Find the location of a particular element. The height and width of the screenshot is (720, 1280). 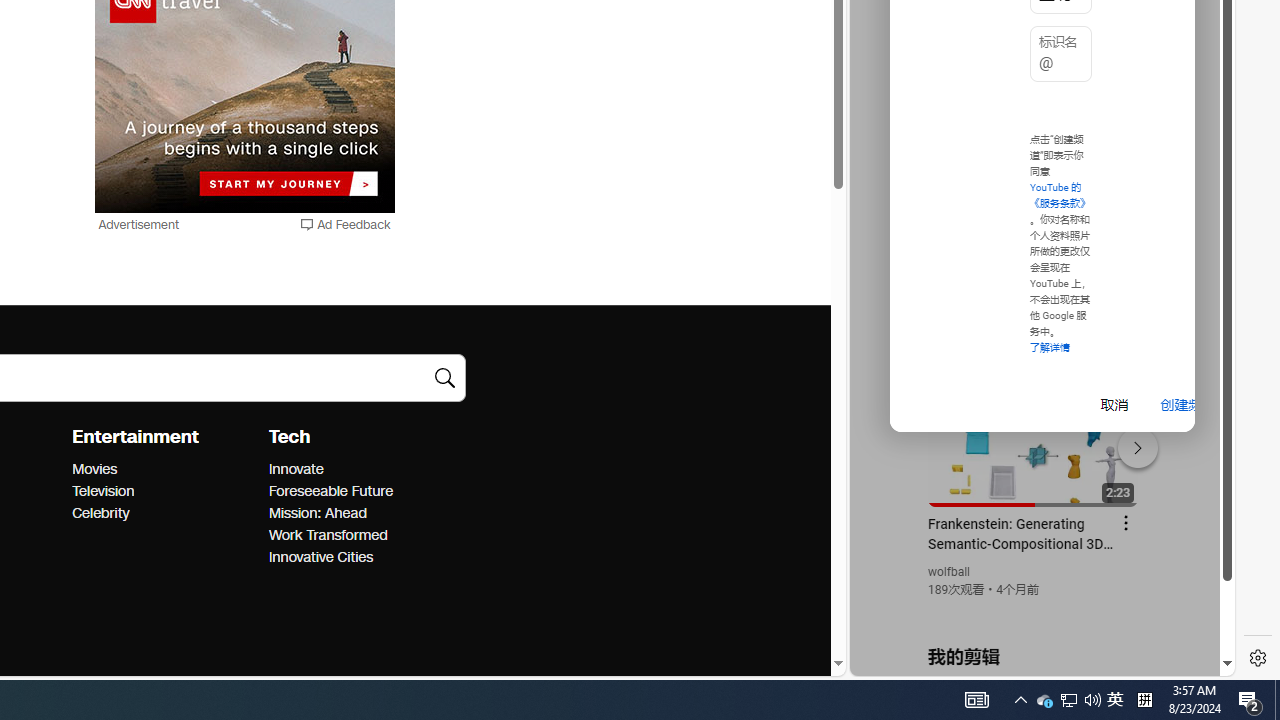

'wolfball' is located at coordinates (948, 572).